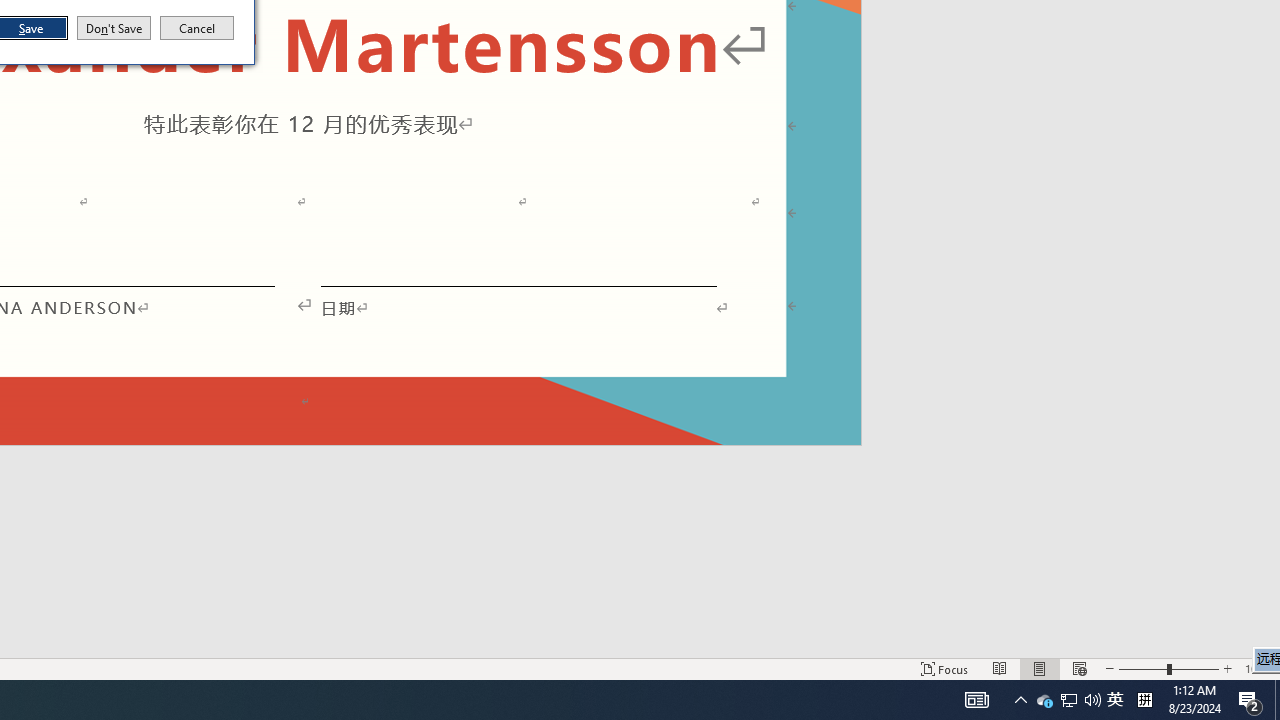 This screenshot has height=720, width=1280. Describe the element at coordinates (1276, 698) in the screenshot. I see `'Show desktop'` at that location.